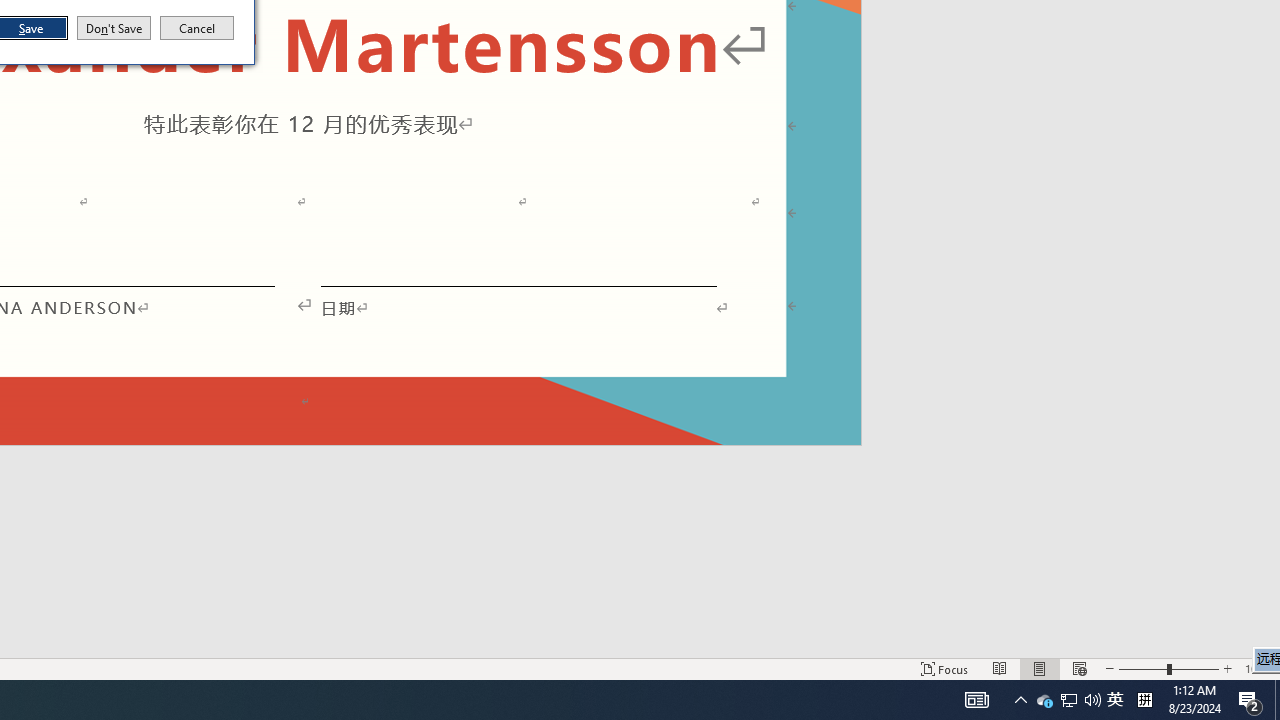 This screenshot has height=720, width=1280. Describe the element at coordinates (1276, 698) in the screenshot. I see `'Show desktop'` at that location.